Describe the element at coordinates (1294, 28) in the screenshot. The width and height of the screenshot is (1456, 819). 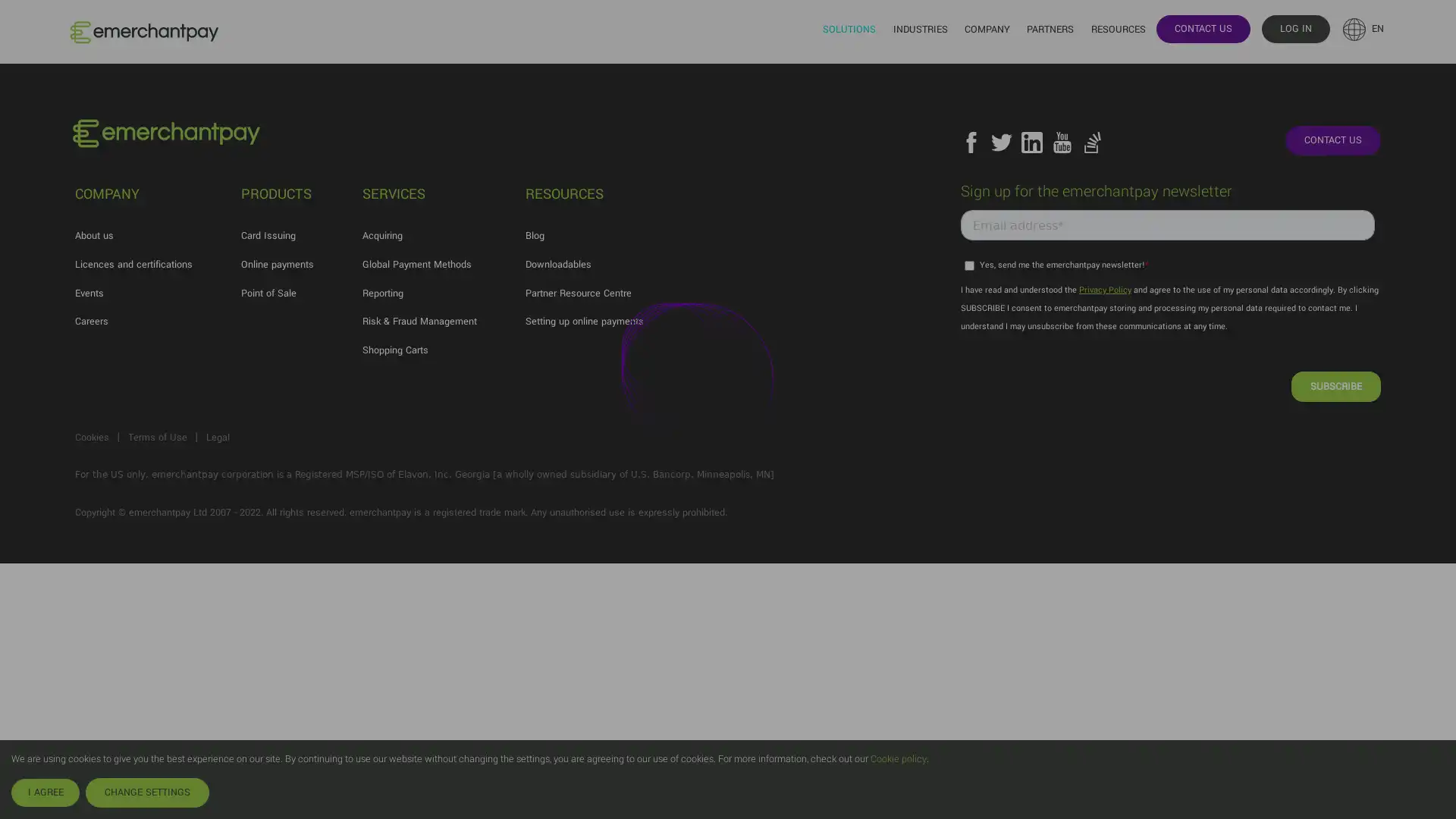
I see `LOG IN` at that location.